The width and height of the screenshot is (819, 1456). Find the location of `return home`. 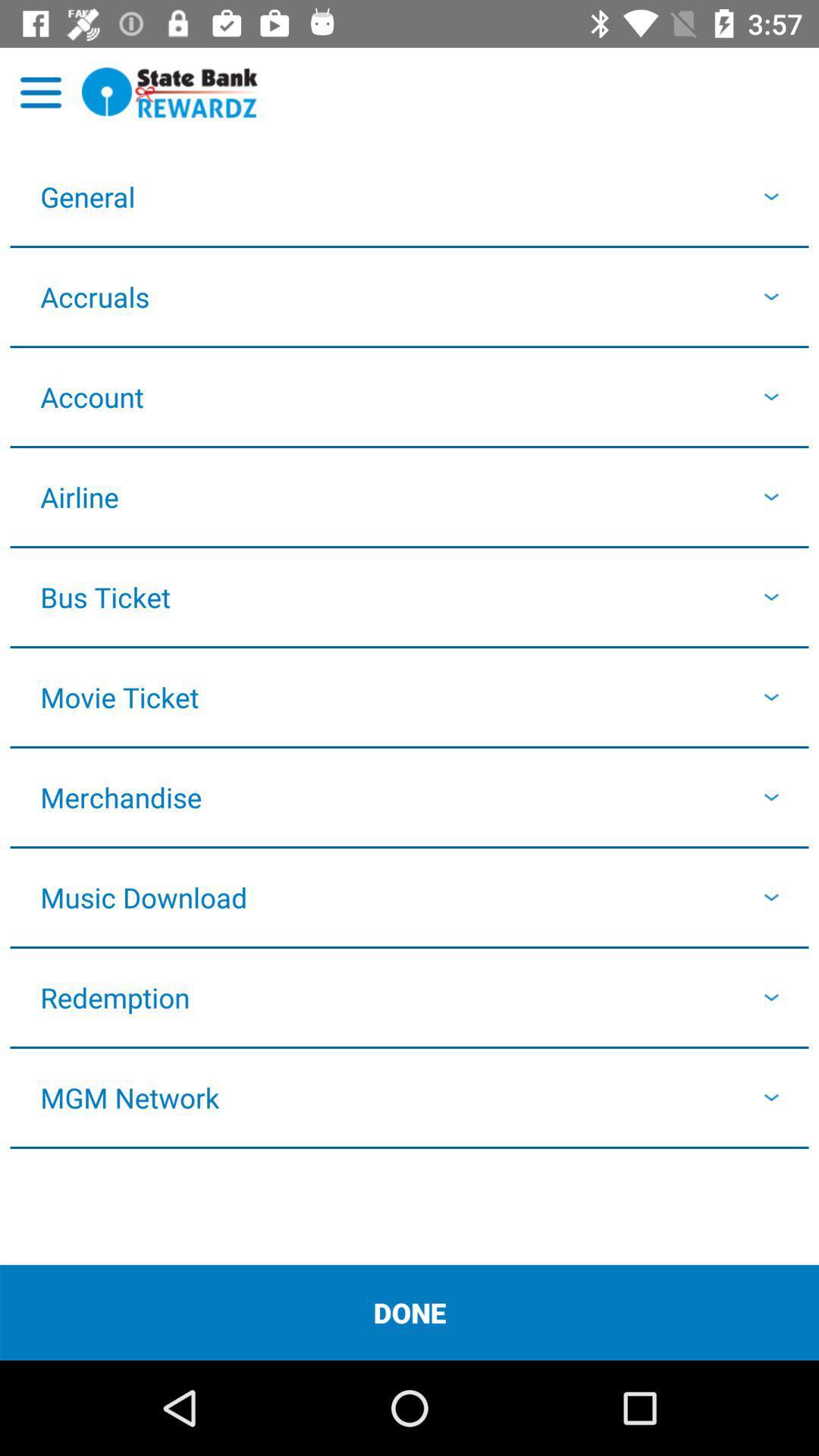

return home is located at coordinates (170, 92).